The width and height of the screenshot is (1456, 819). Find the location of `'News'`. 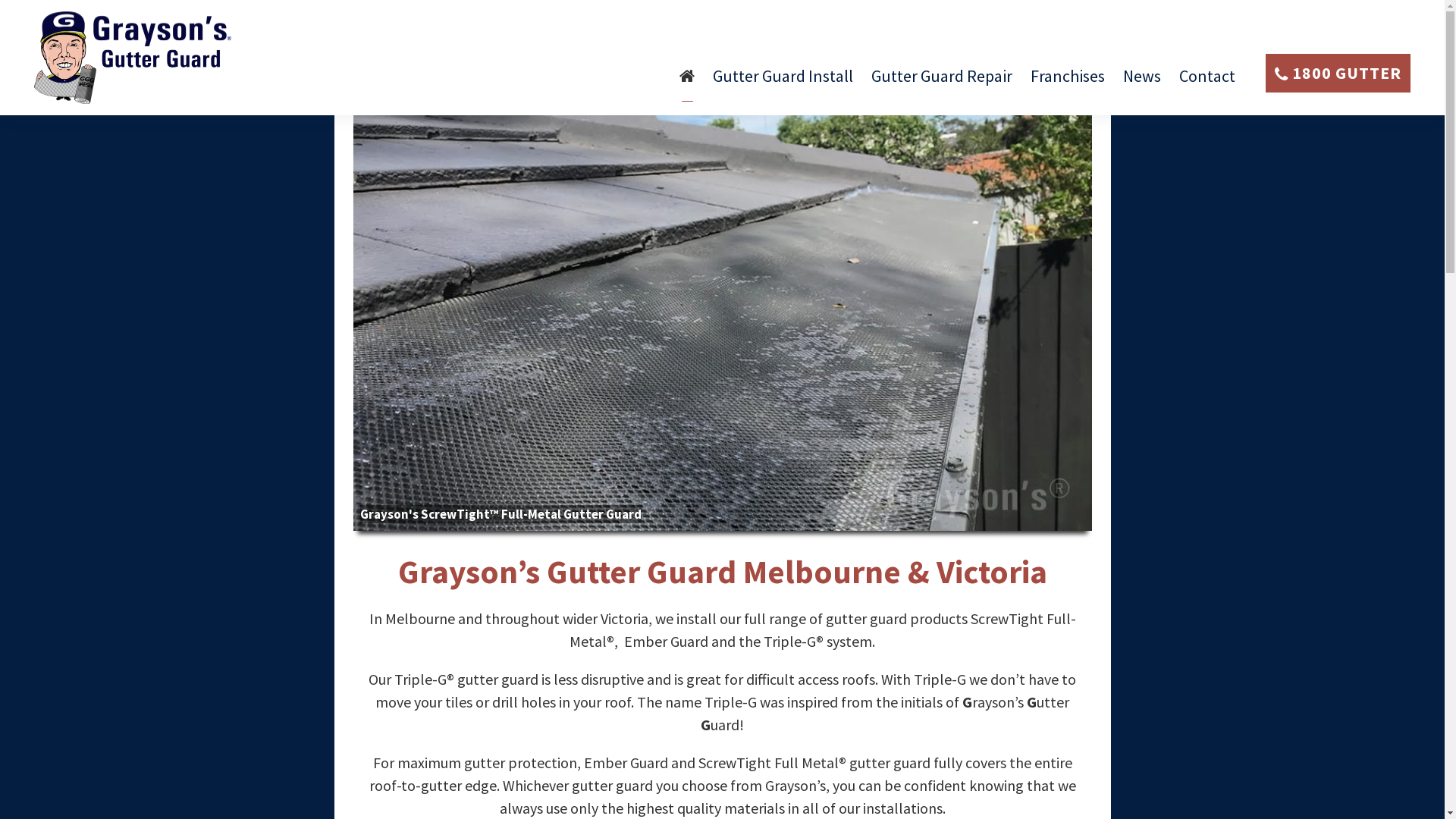

'News' is located at coordinates (1142, 82).